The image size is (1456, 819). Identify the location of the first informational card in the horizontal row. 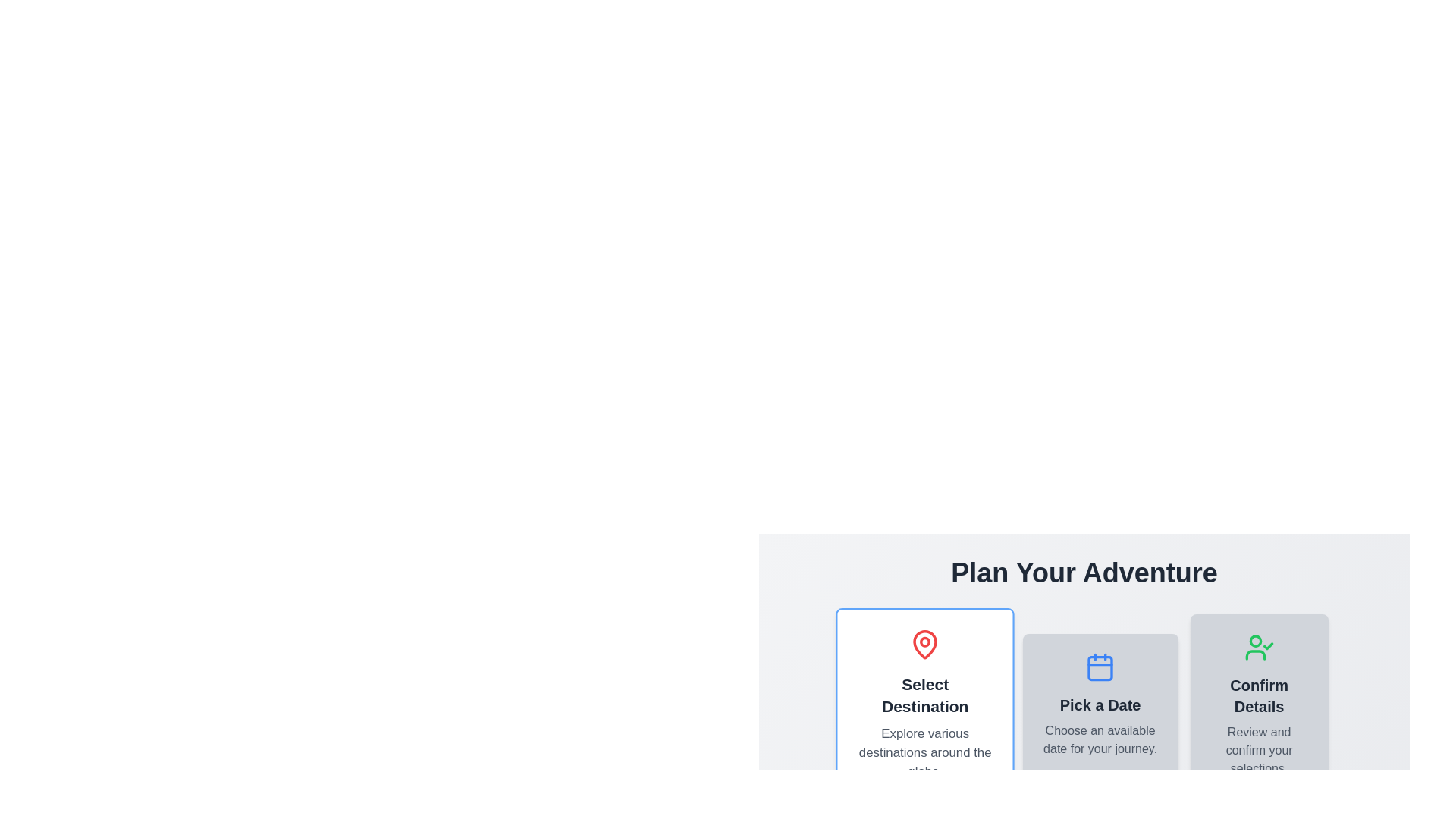
(924, 704).